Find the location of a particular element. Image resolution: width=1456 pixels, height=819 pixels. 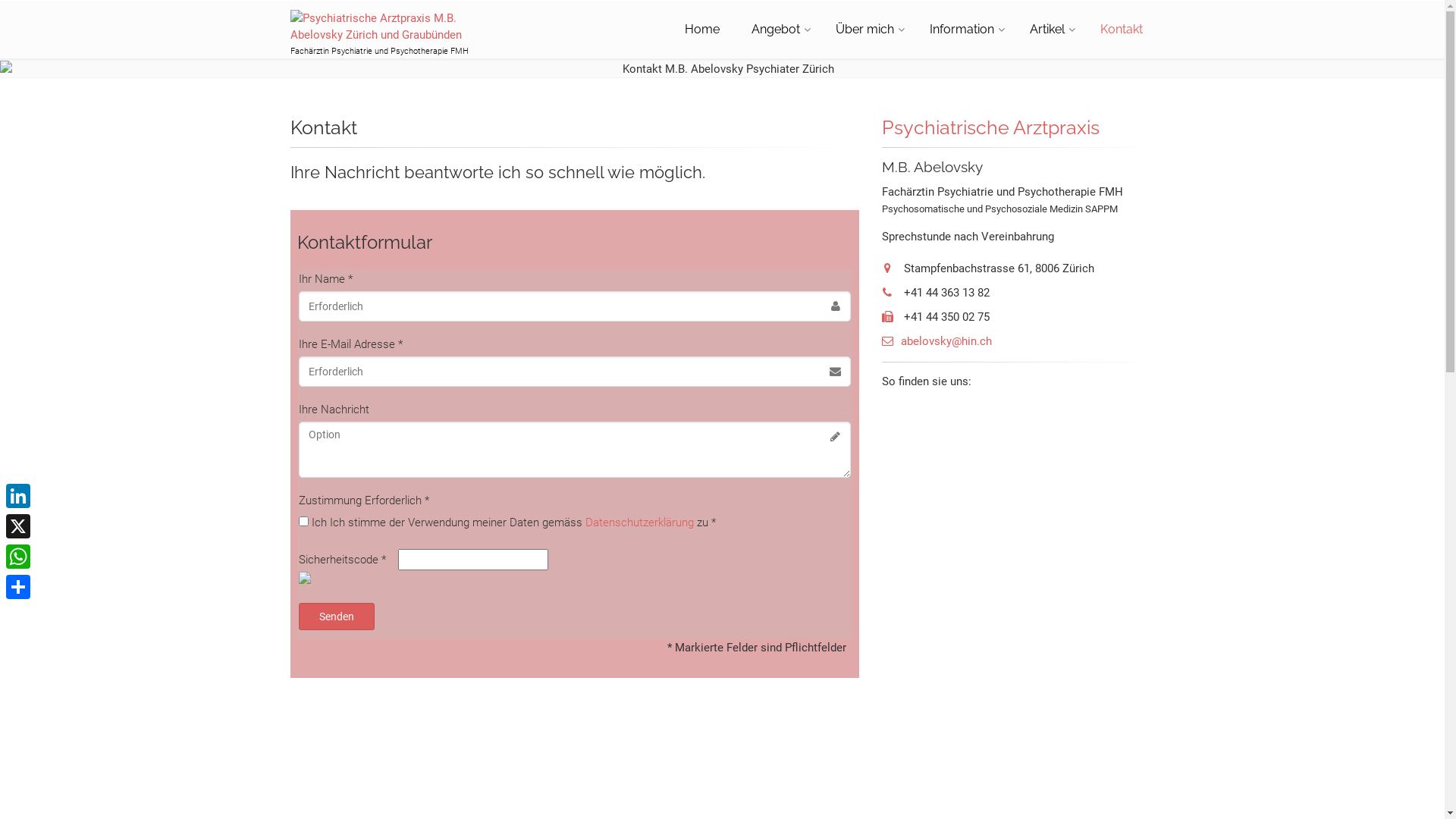

'abelovsky@hin.ch' is located at coordinates (935, 341).